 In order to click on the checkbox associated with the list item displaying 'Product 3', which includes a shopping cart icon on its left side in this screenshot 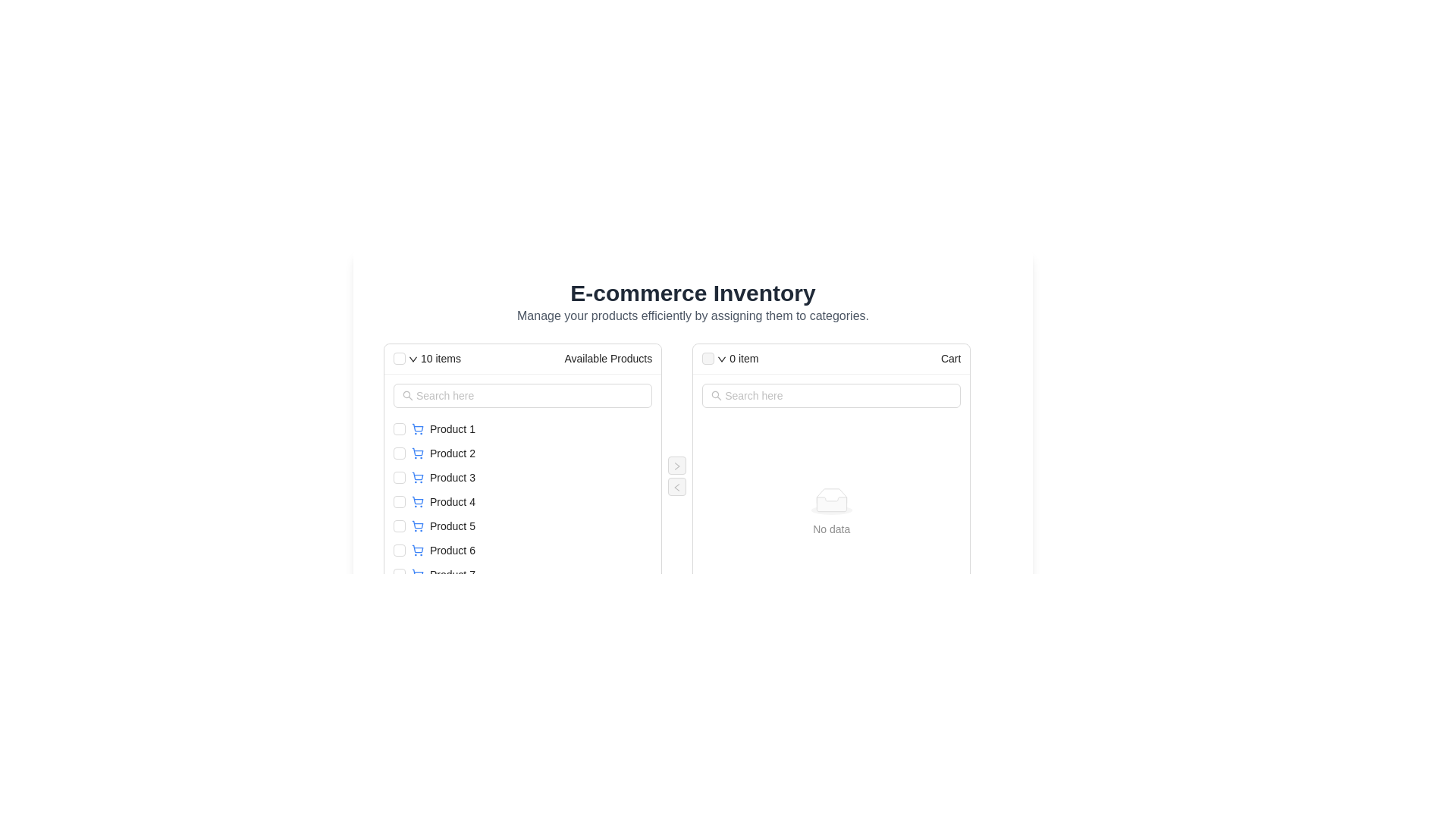, I will do `click(532, 476)`.